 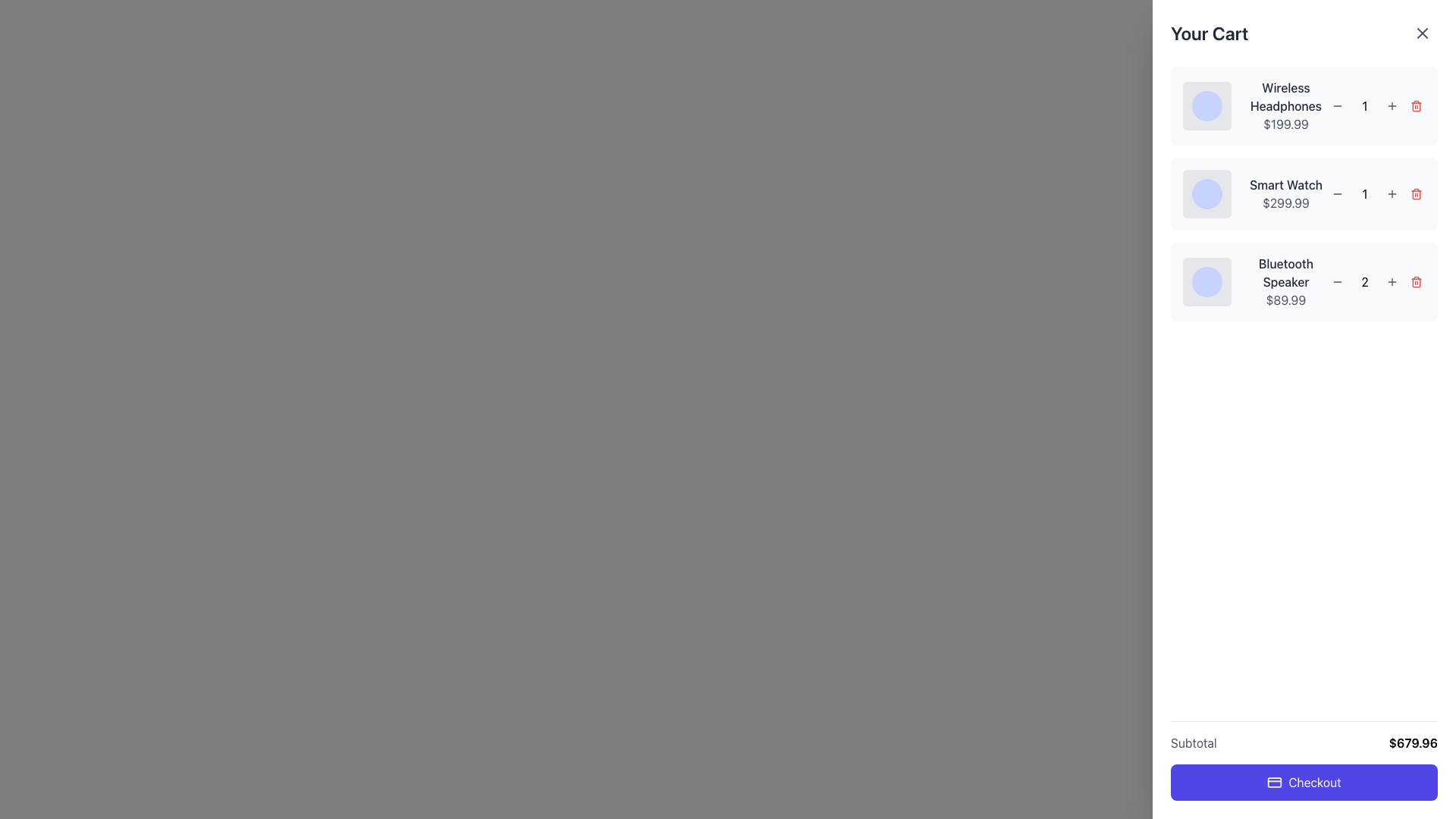 What do you see at coordinates (1337, 193) in the screenshot?
I see `the first circular decrement button for the 'Smart Watch' item in the shopping cart` at bounding box center [1337, 193].